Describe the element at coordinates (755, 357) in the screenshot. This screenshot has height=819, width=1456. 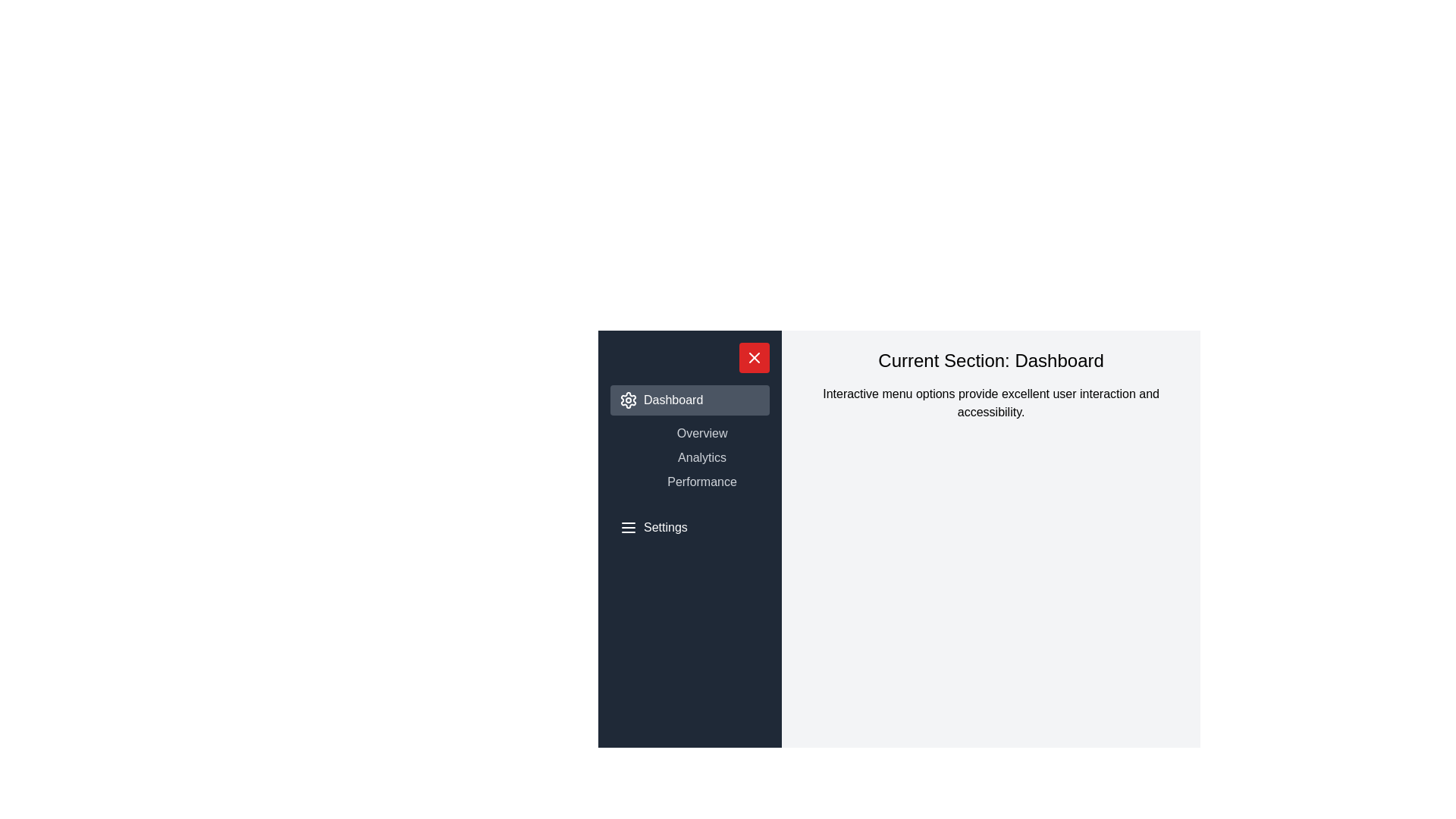
I see `the close icon located within the red square button in the top section of the left sidebar menu` at that location.